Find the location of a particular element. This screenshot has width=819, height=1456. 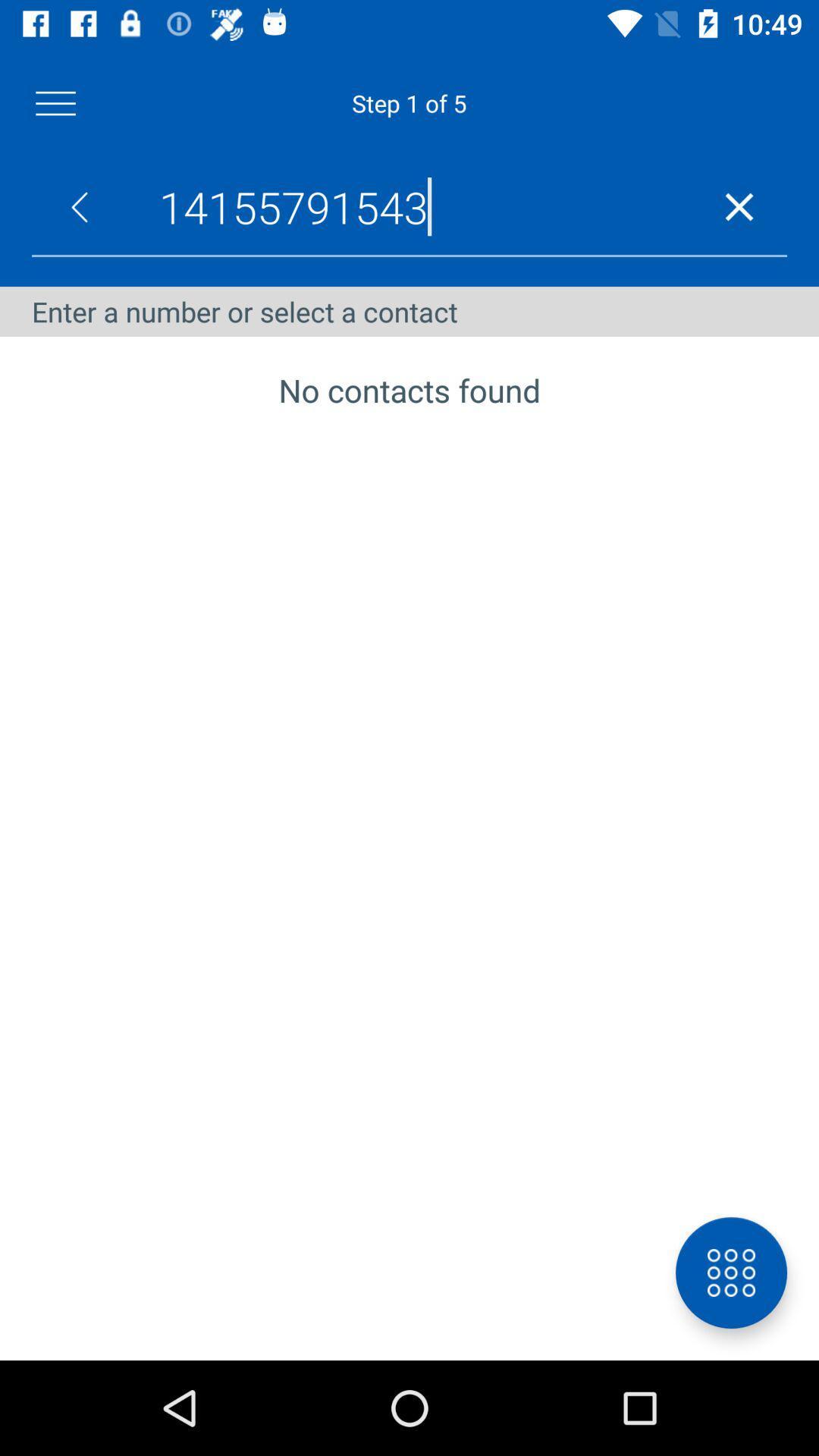

the close icon is located at coordinates (739, 206).